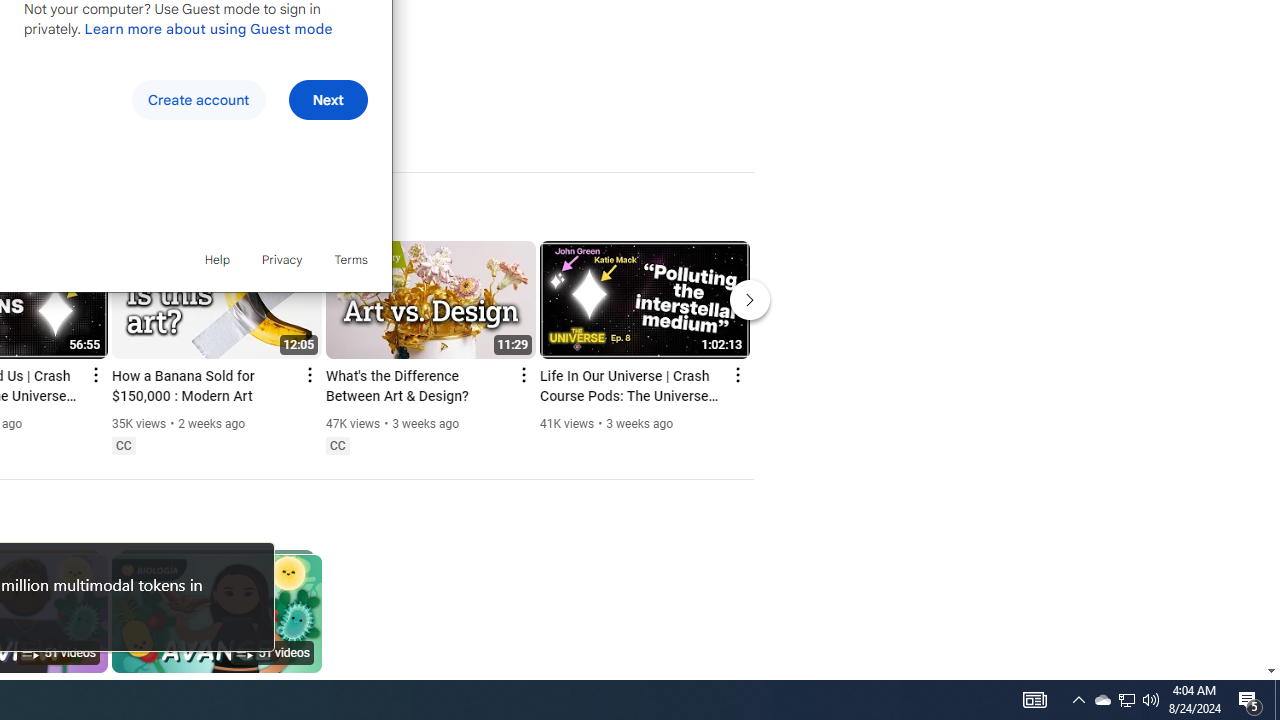  What do you see at coordinates (198, 100) in the screenshot?
I see `'Create account'` at bounding box center [198, 100].